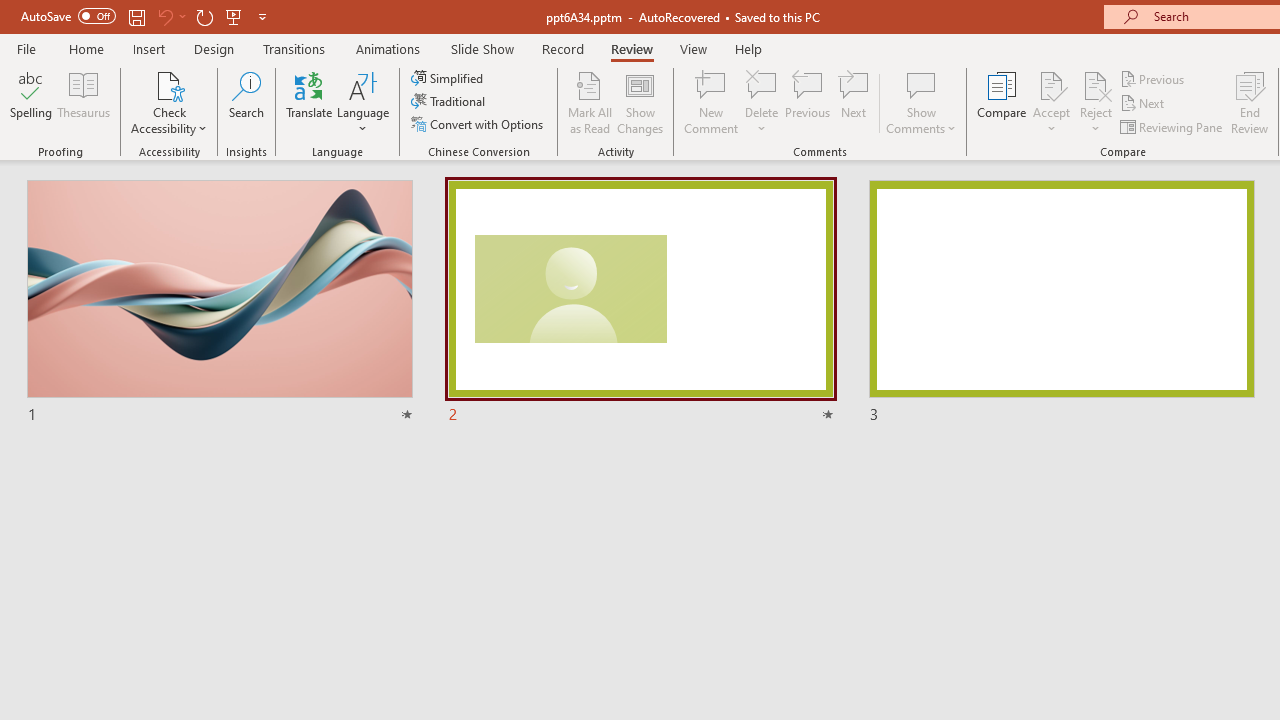  What do you see at coordinates (1050, 84) in the screenshot?
I see `'Accept Change'` at bounding box center [1050, 84].